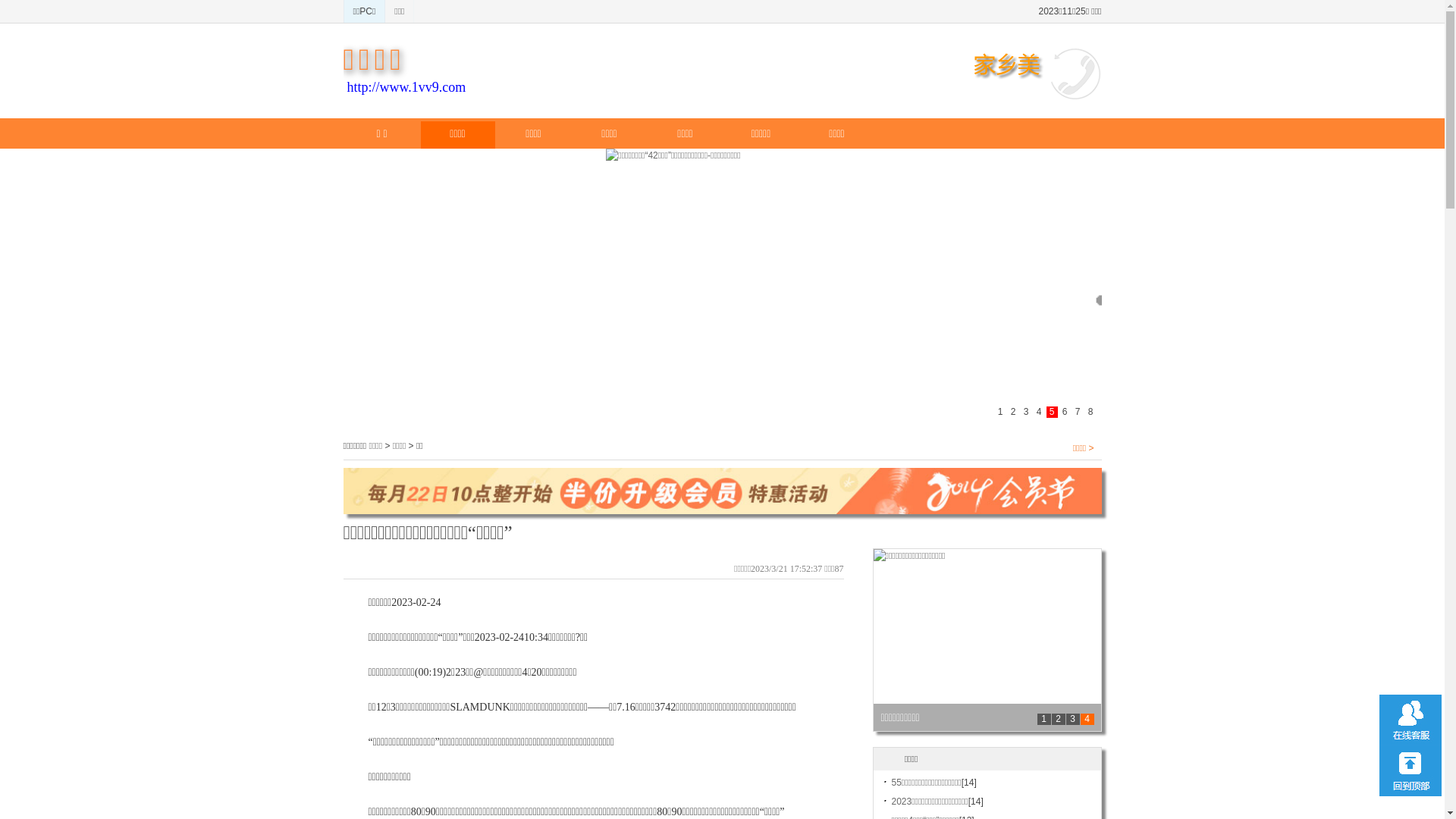 This screenshot has height=819, width=1456. Describe the element at coordinates (1037, 718) in the screenshot. I see `'1'` at that location.